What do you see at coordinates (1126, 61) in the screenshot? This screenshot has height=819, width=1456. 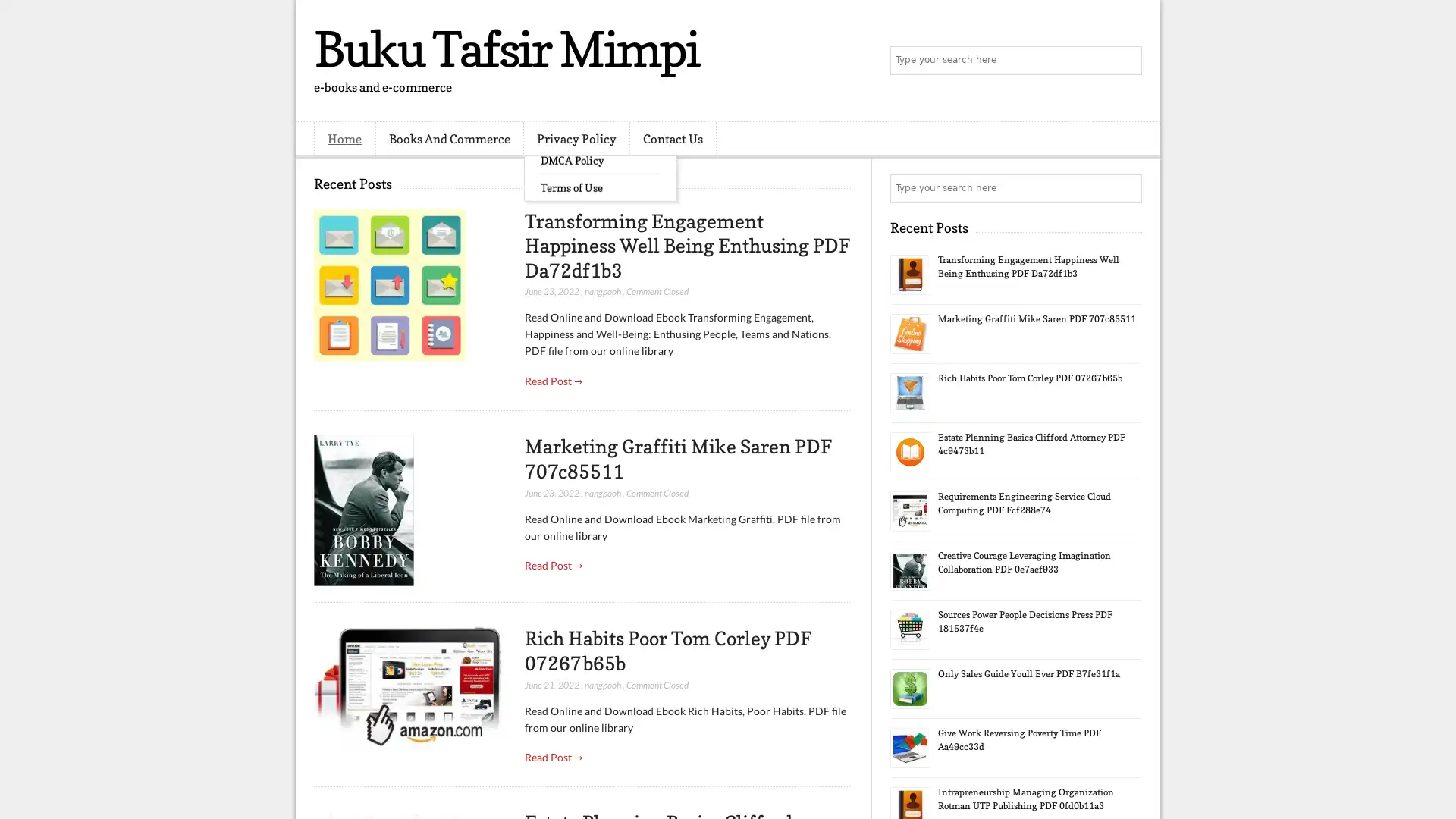 I see `Search` at bounding box center [1126, 61].